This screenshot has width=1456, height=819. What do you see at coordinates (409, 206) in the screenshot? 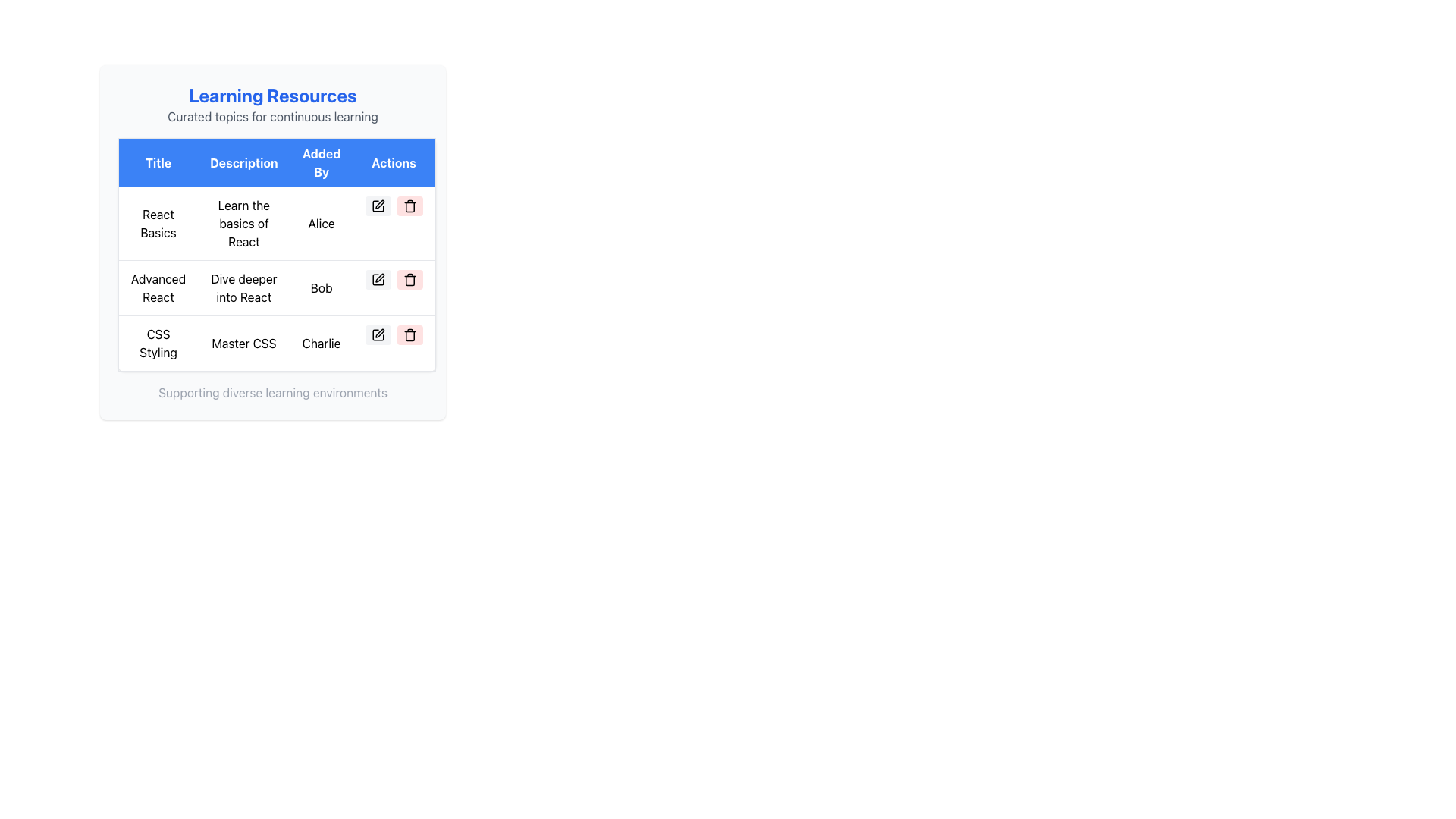
I see `the delete button in the 'Actions' column of the table row for 'React Basics' to observe the hover effect` at bounding box center [409, 206].